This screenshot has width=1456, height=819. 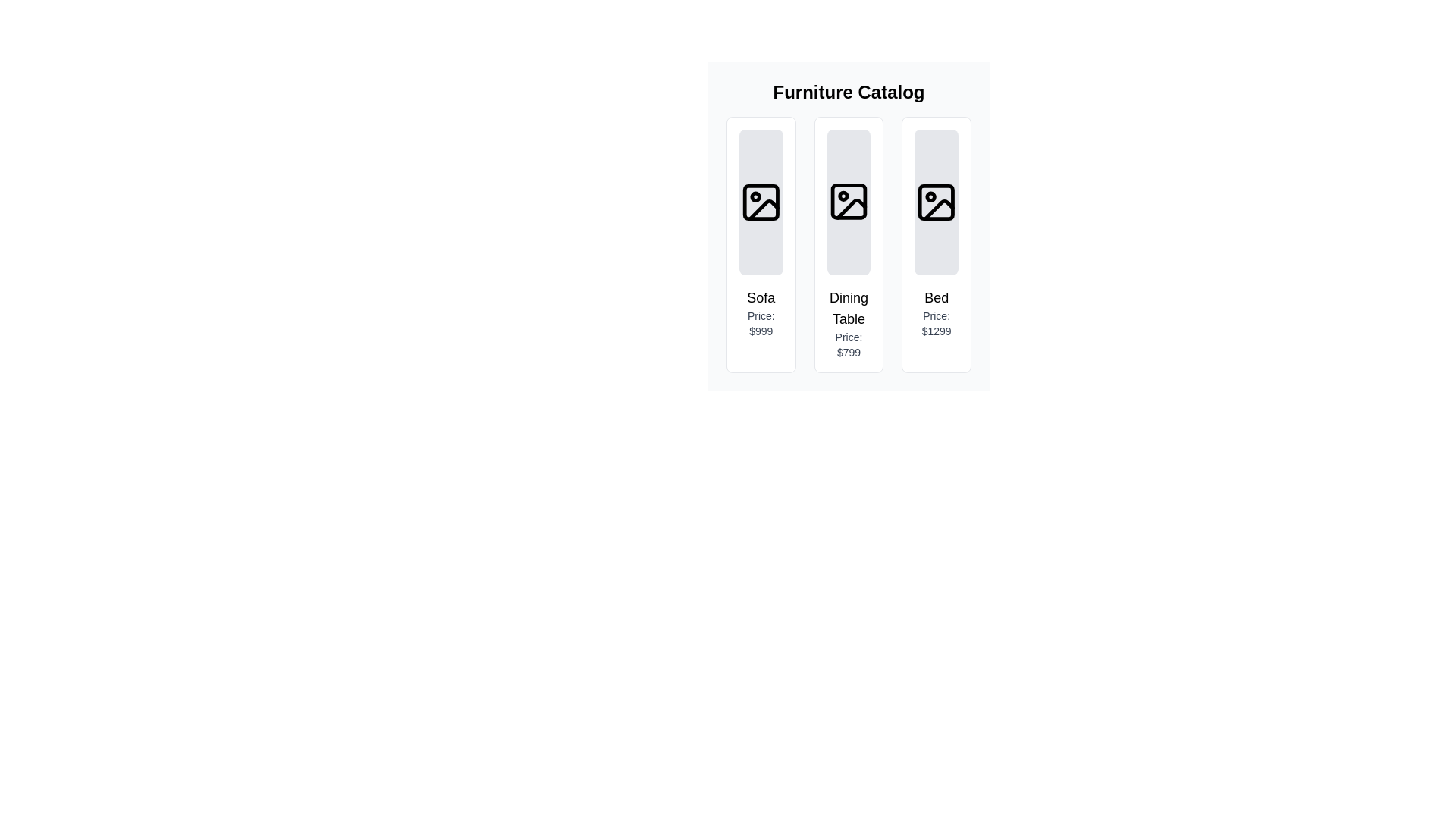 What do you see at coordinates (761, 298) in the screenshot?
I see `text label 'Sofa' that is centrally located above the price label in the leftmost item card of the furniture catalog` at bounding box center [761, 298].